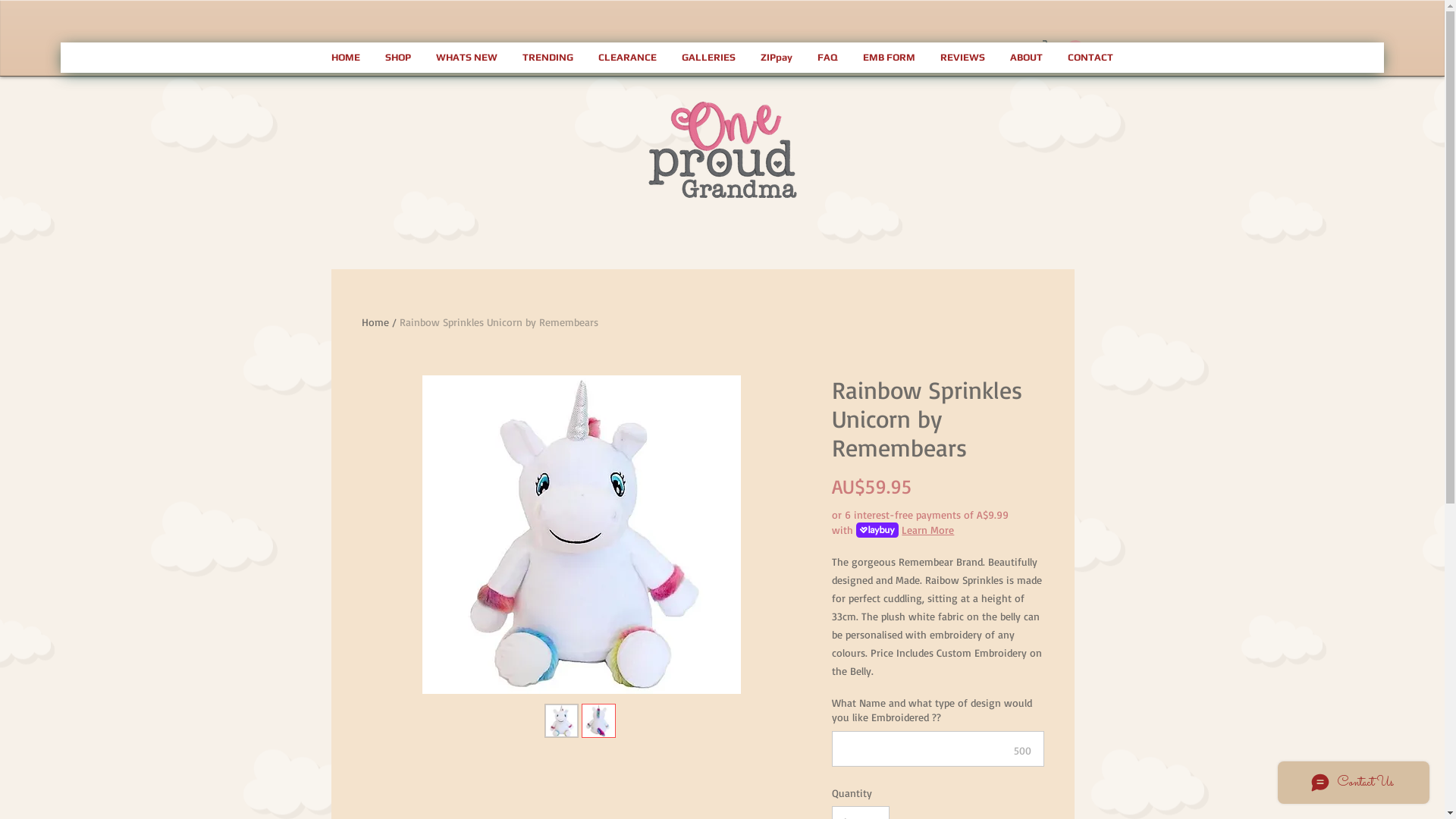  I want to click on 'CONTACT', so click(1090, 57).